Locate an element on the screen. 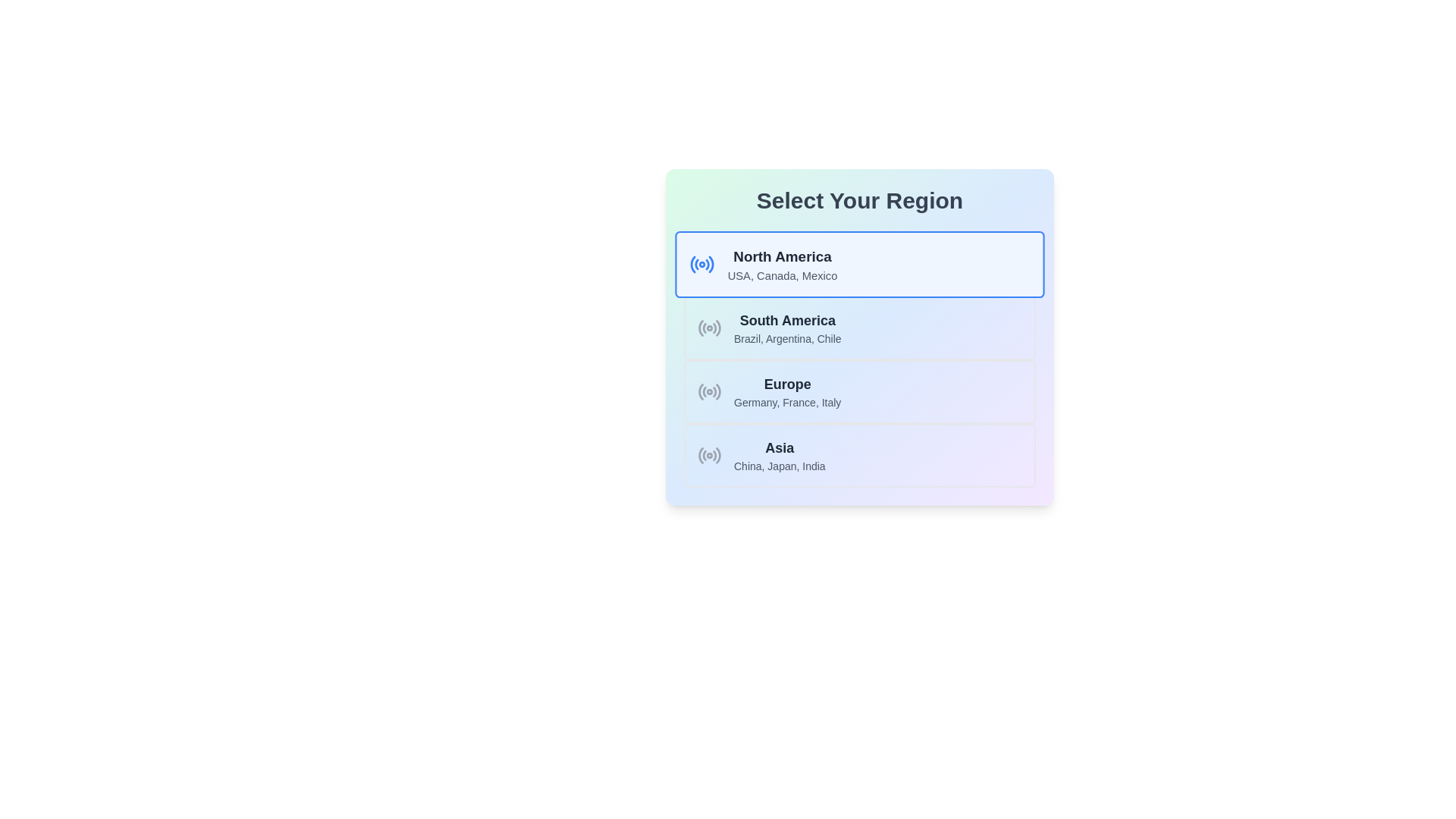 The image size is (1456, 819). the state of the circular radio icon indicating the 'Europe' region selection option, located to the left of the option is located at coordinates (709, 391).